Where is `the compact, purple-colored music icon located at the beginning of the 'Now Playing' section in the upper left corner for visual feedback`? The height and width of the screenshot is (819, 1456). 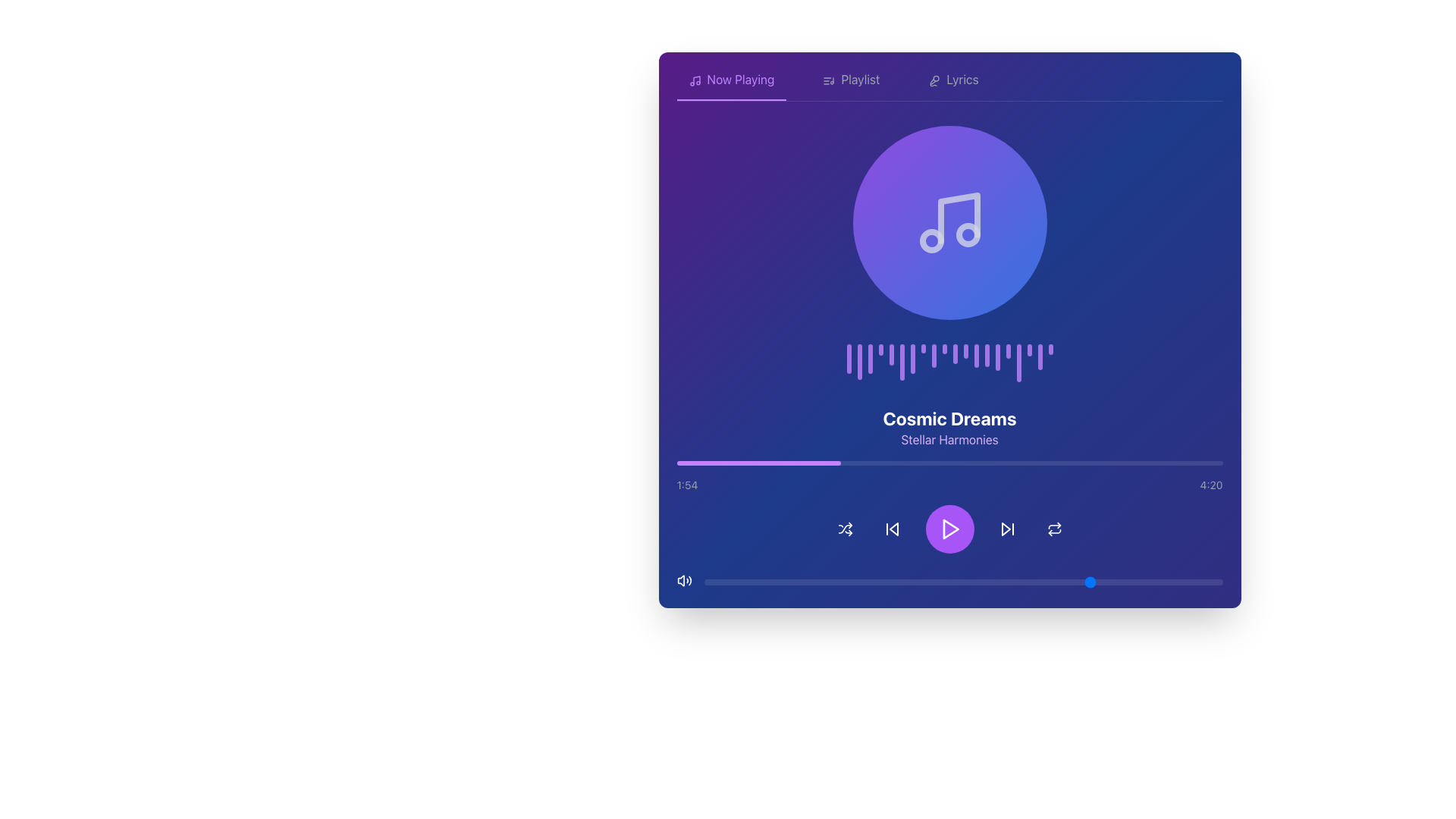
the compact, purple-colored music icon located at the beginning of the 'Now Playing' section in the upper left corner for visual feedback is located at coordinates (694, 80).